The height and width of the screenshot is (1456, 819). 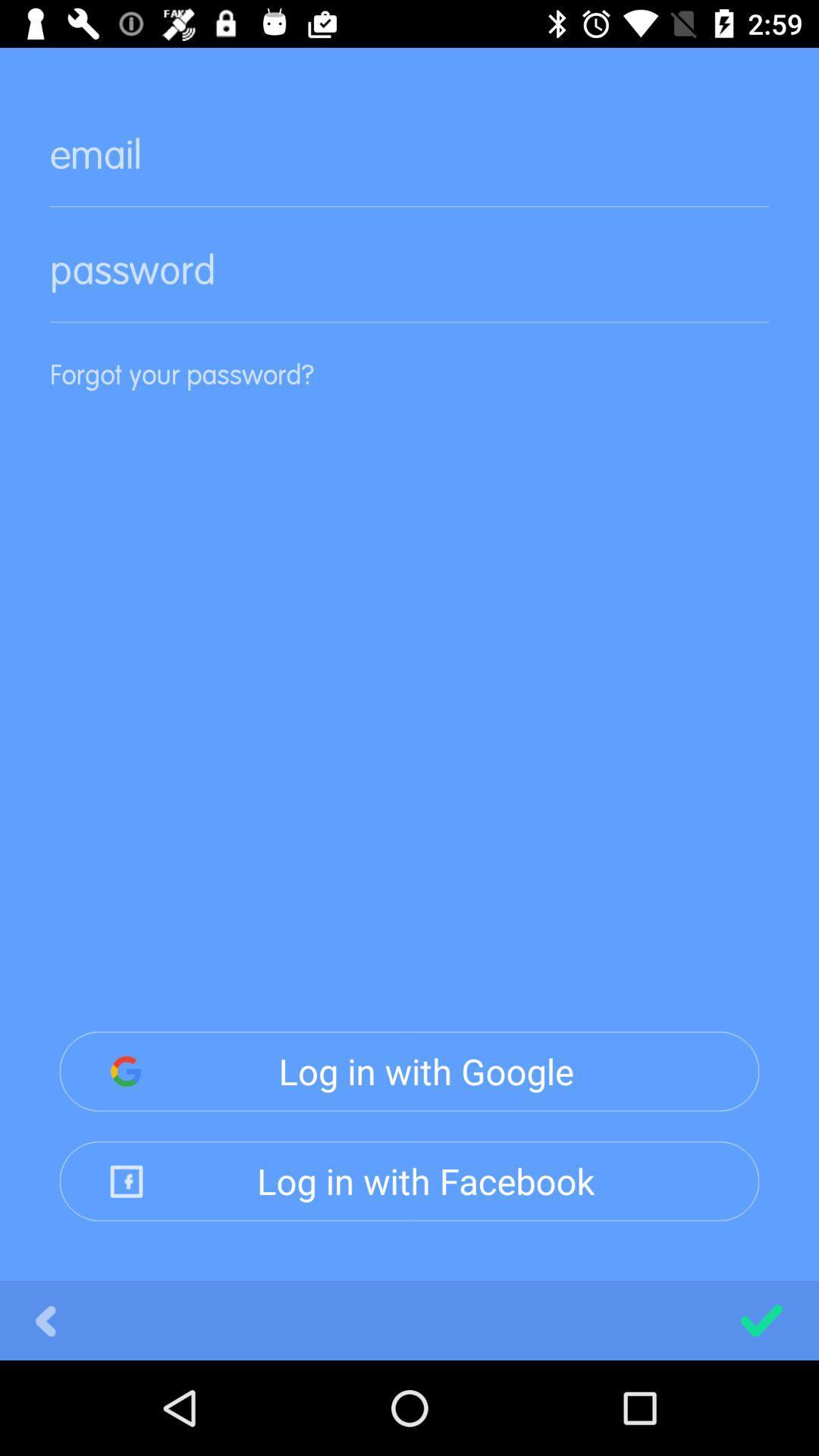 What do you see at coordinates (409, 282) in the screenshot?
I see `shows empty password box` at bounding box center [409, 282].